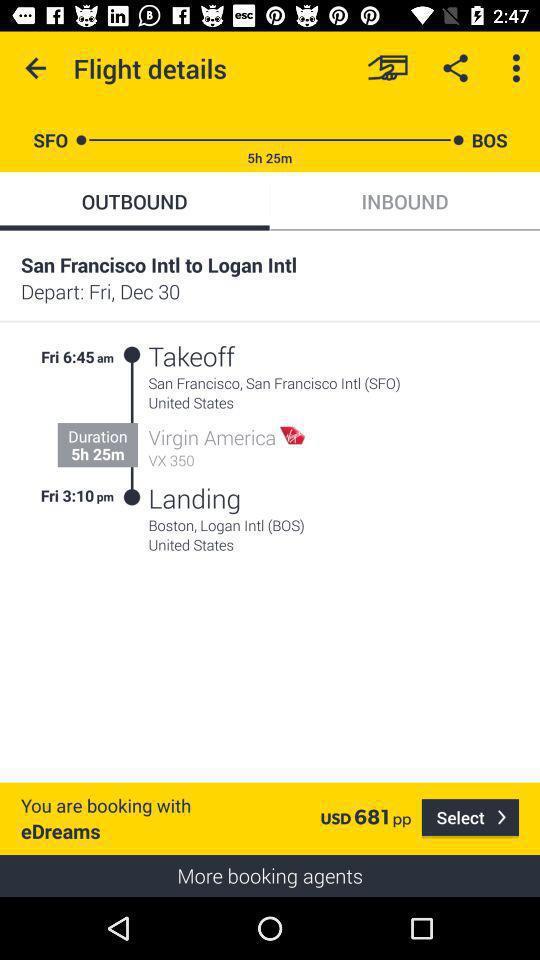 This screenshot has height=960, width=540. Describe the element at coordinates (36, 68) in the screenshot. I see `the item to the left of the flight details item` at that location.